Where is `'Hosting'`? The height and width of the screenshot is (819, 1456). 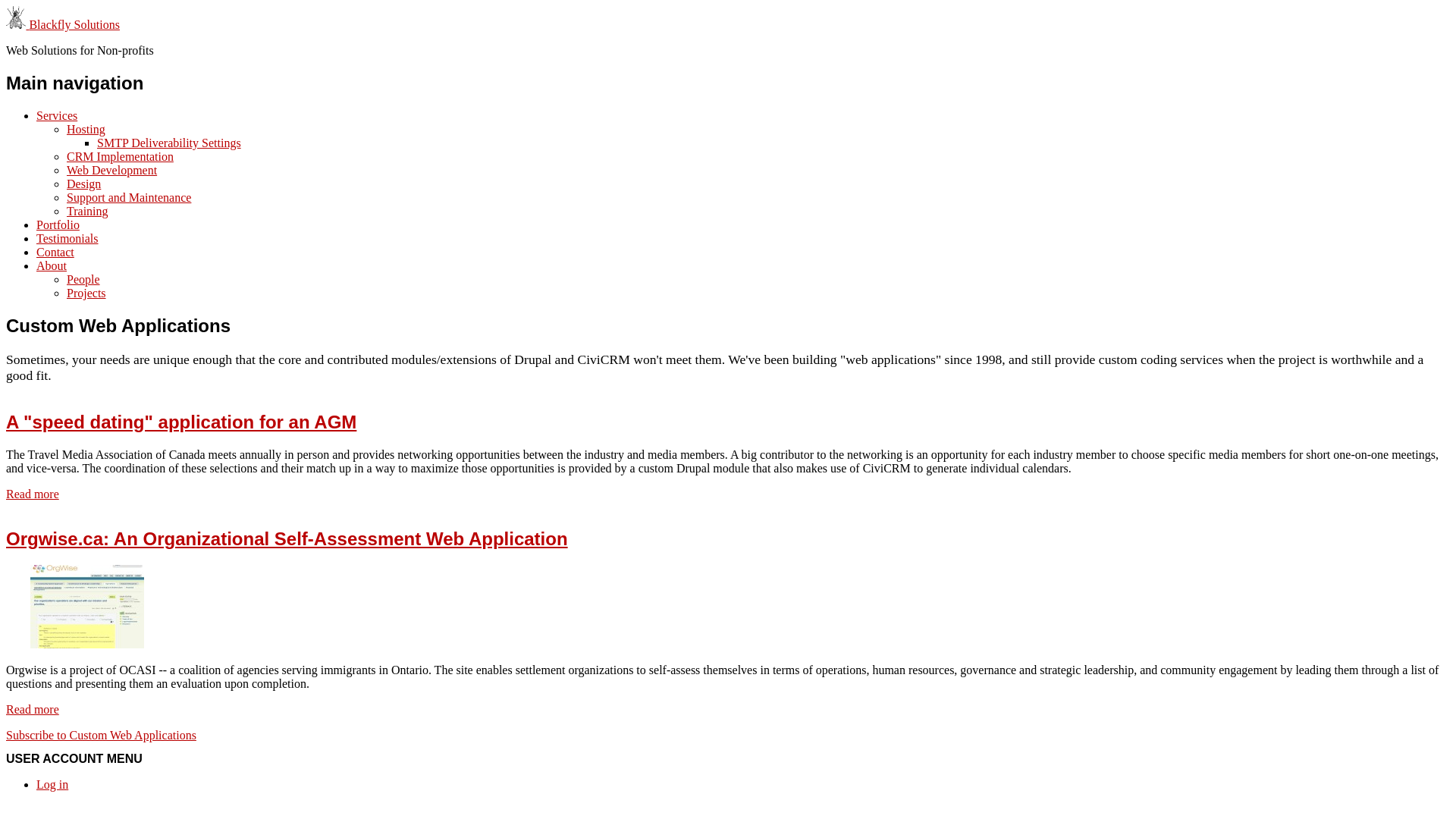 'Hosting' is located at coordinates (85, 128).